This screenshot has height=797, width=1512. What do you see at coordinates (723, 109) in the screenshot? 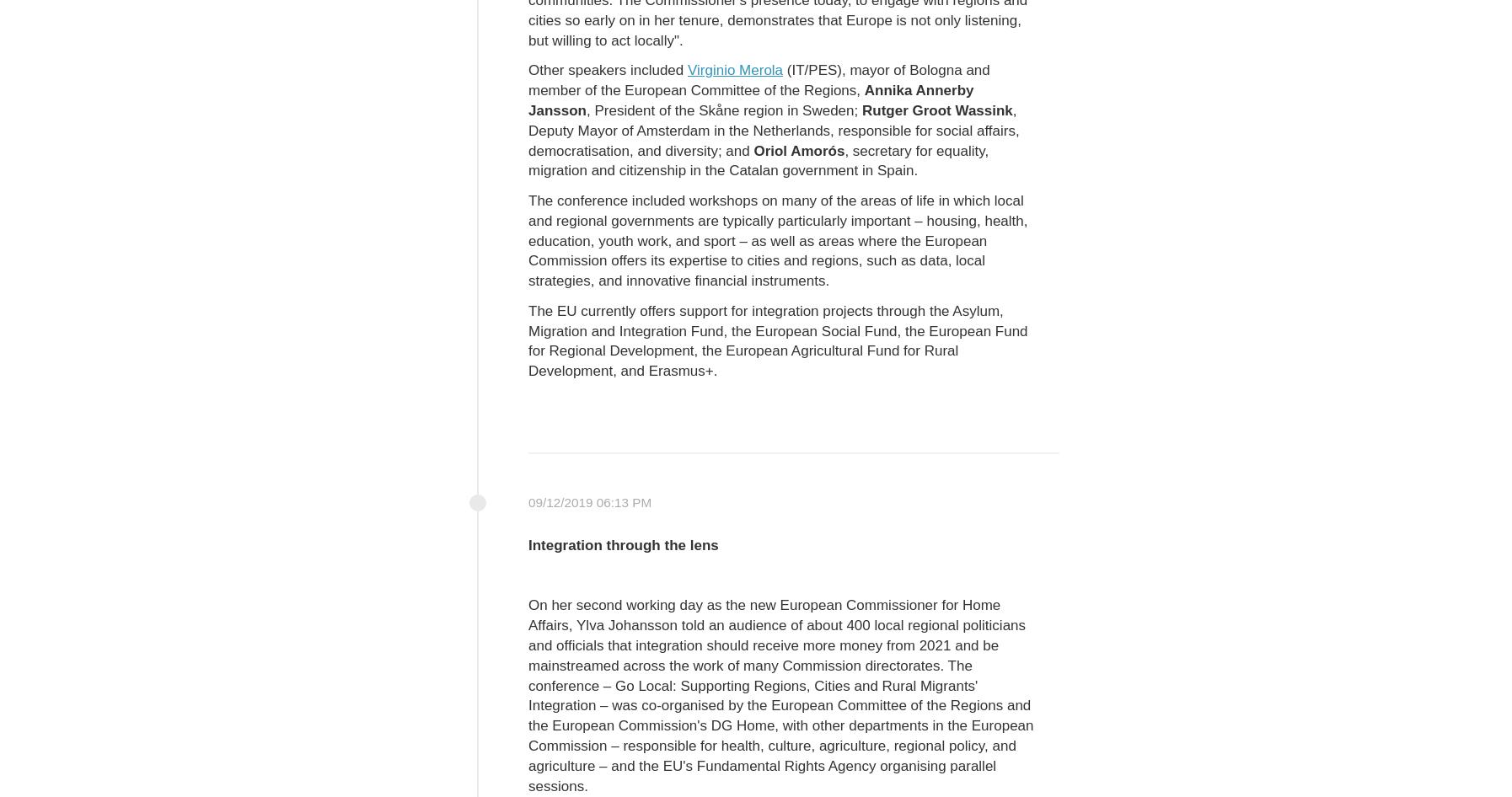
I see `', President of the Skåne region in Sweden;'` at bounding box center [723, 109].